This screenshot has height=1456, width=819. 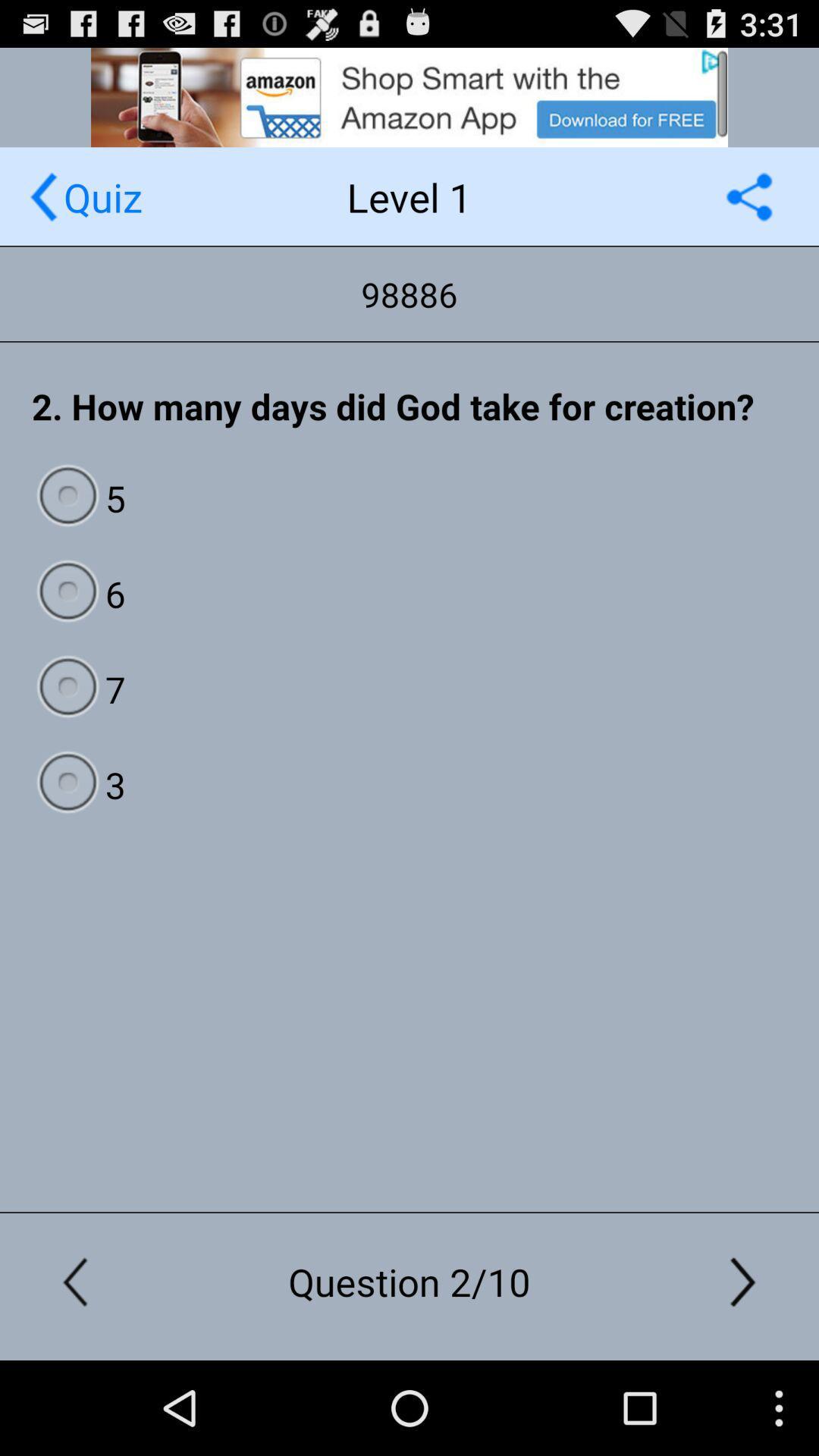 What do you see at coordinates (409, 96) in the screenshot?
I see `click on amazon shopping advertisement` at bounding box center [409, 96].